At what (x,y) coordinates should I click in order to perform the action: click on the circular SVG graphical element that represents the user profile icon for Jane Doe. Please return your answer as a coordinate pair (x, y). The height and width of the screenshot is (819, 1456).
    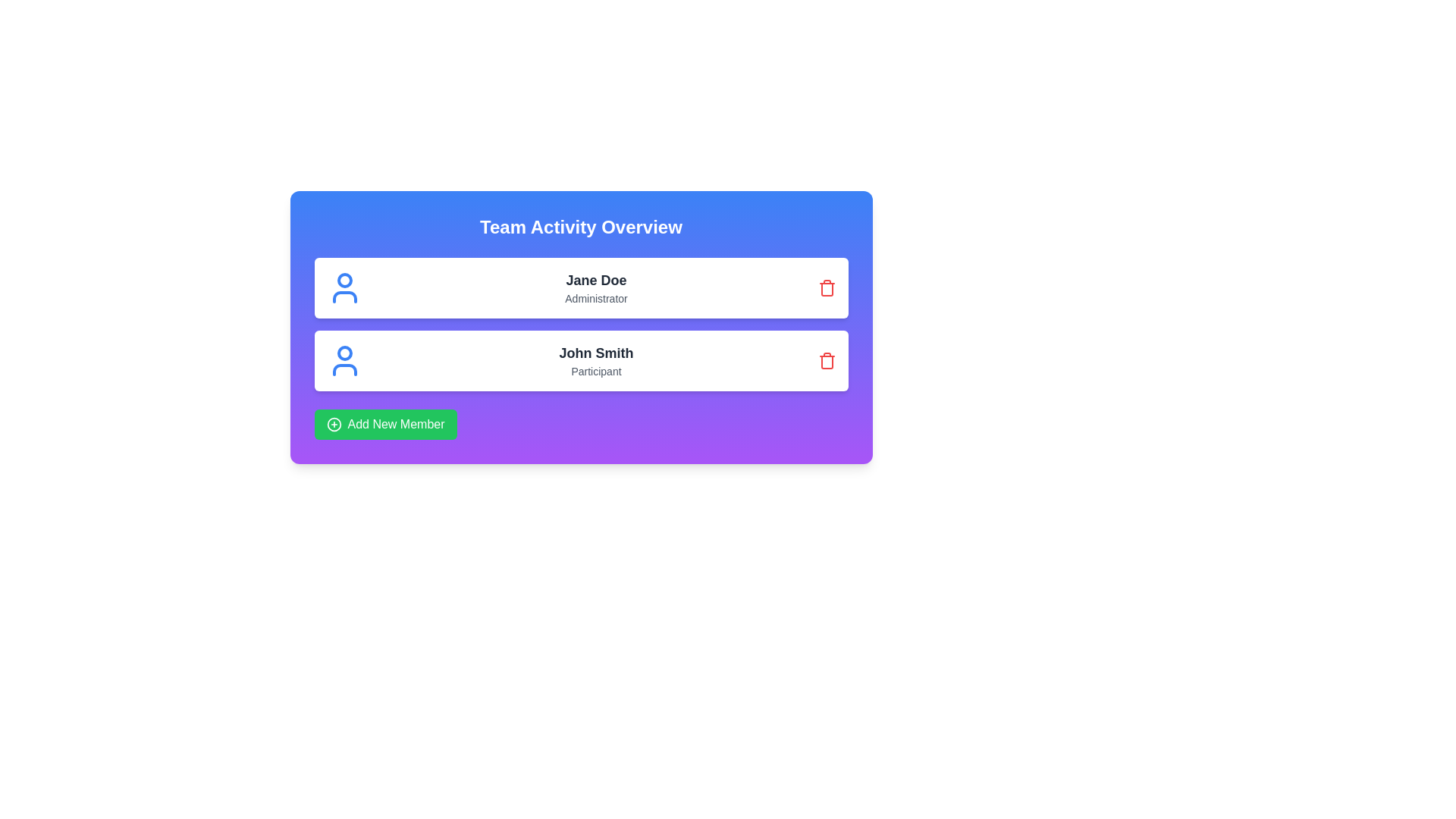
    Looking at the image, I should click on (344, 281).